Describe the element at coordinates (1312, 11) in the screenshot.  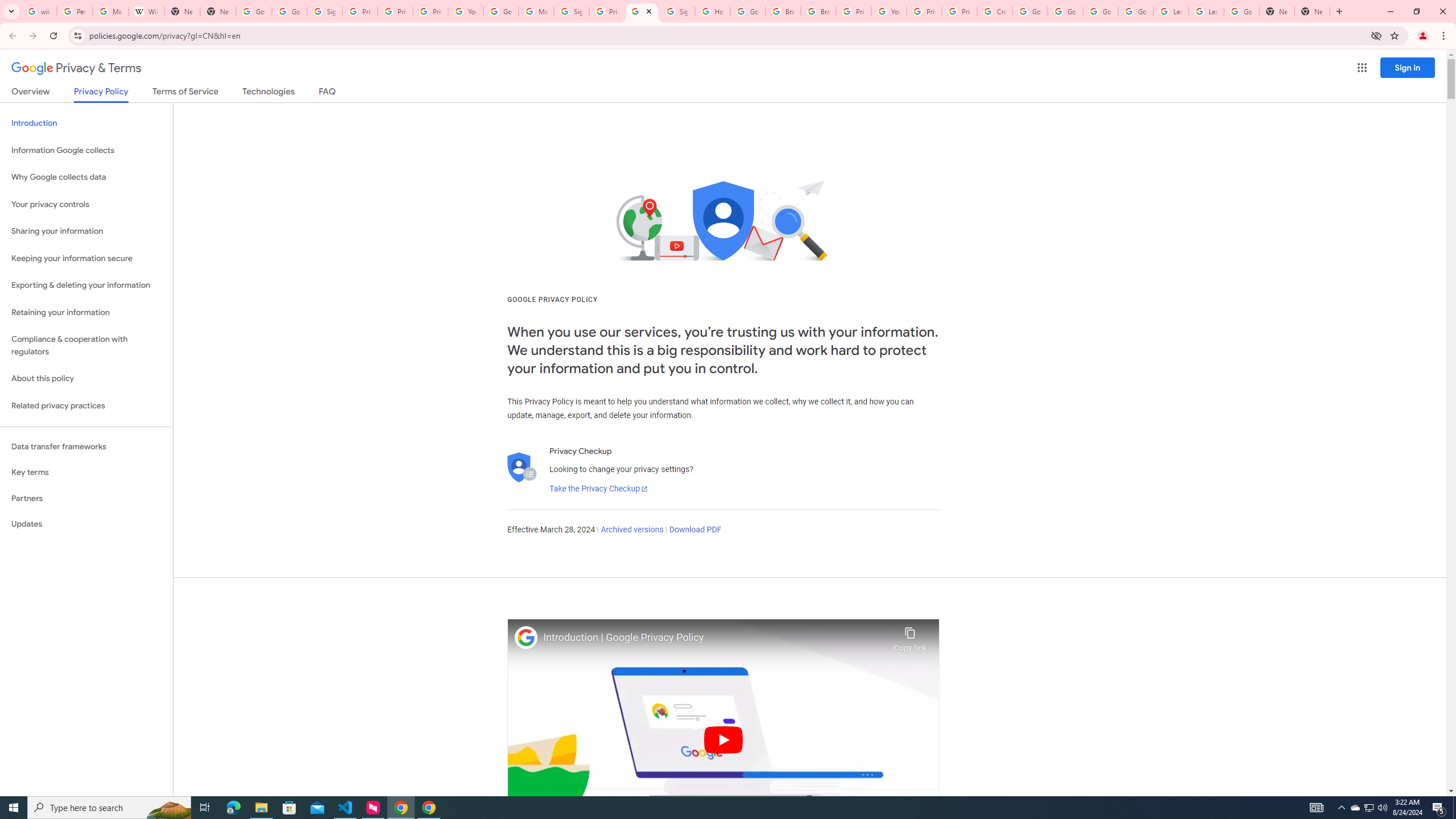
I see `'New Tab'` at that location.